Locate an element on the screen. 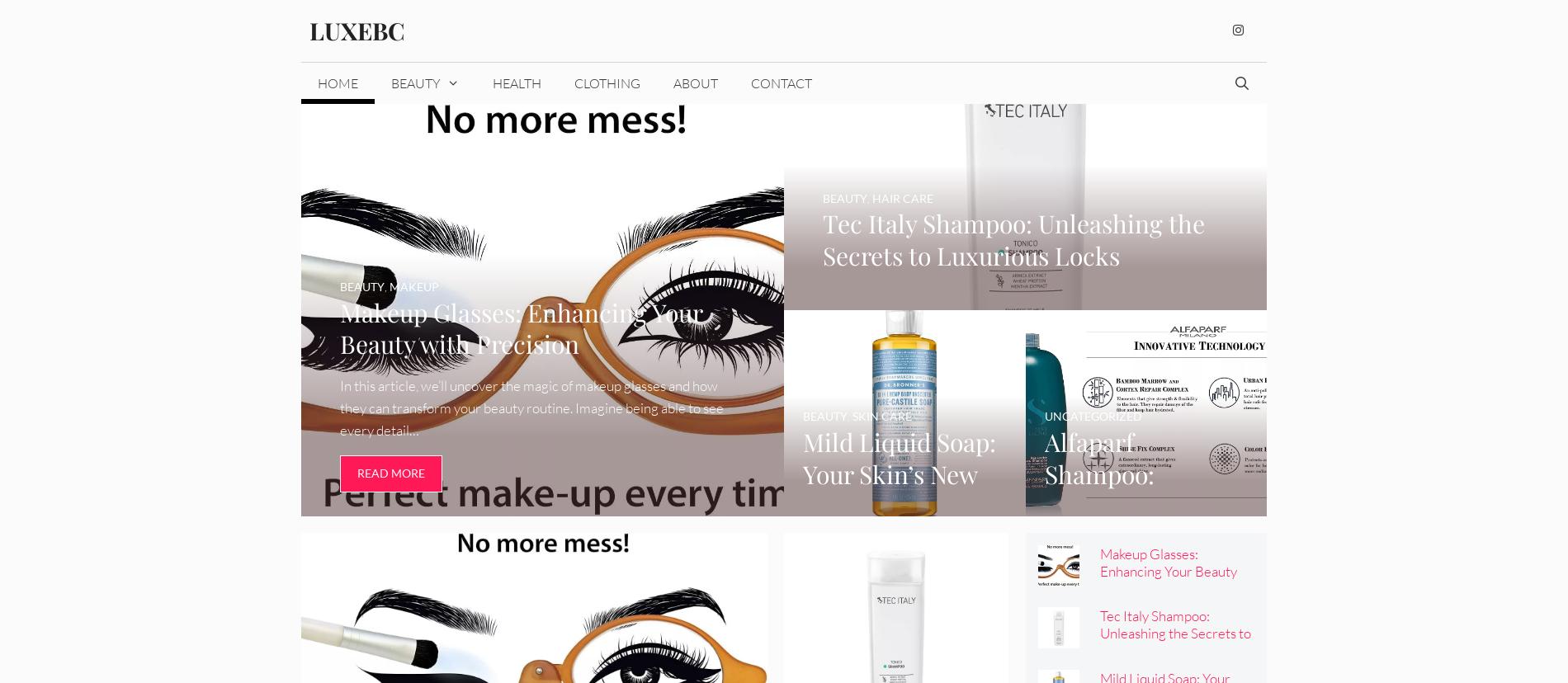  'In this article, we’ll uncover the magic of makeup glasses and how they can transform your beauty routine. Imagine being able to see every detail…' is located at coordinates (531, 407).